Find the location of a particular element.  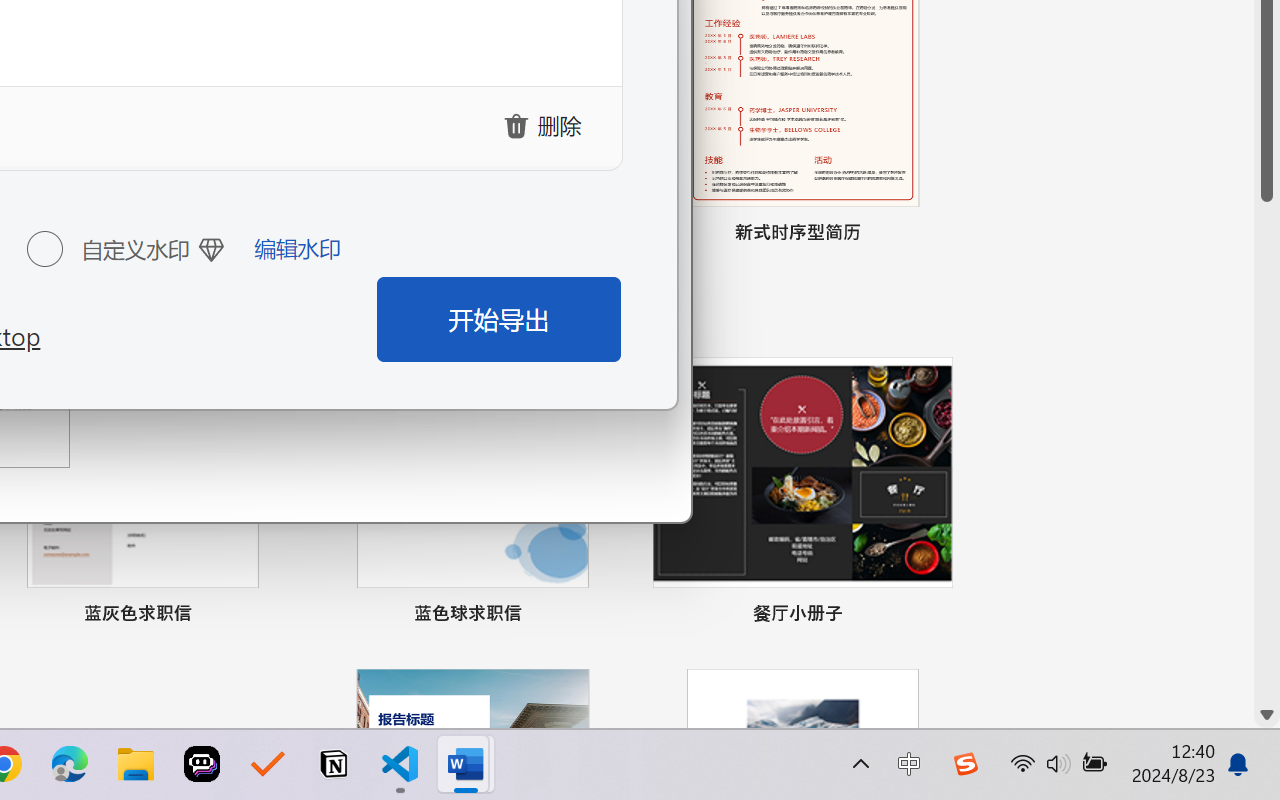

'Line down' is located at coordinates (1266, 714).